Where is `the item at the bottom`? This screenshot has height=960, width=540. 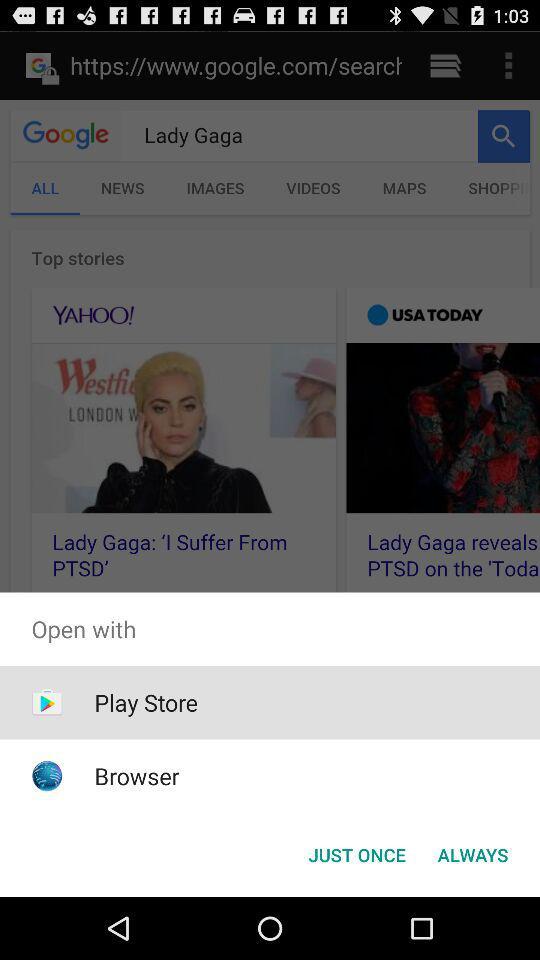 the item at the bottom is located at coordinates (356, 853).